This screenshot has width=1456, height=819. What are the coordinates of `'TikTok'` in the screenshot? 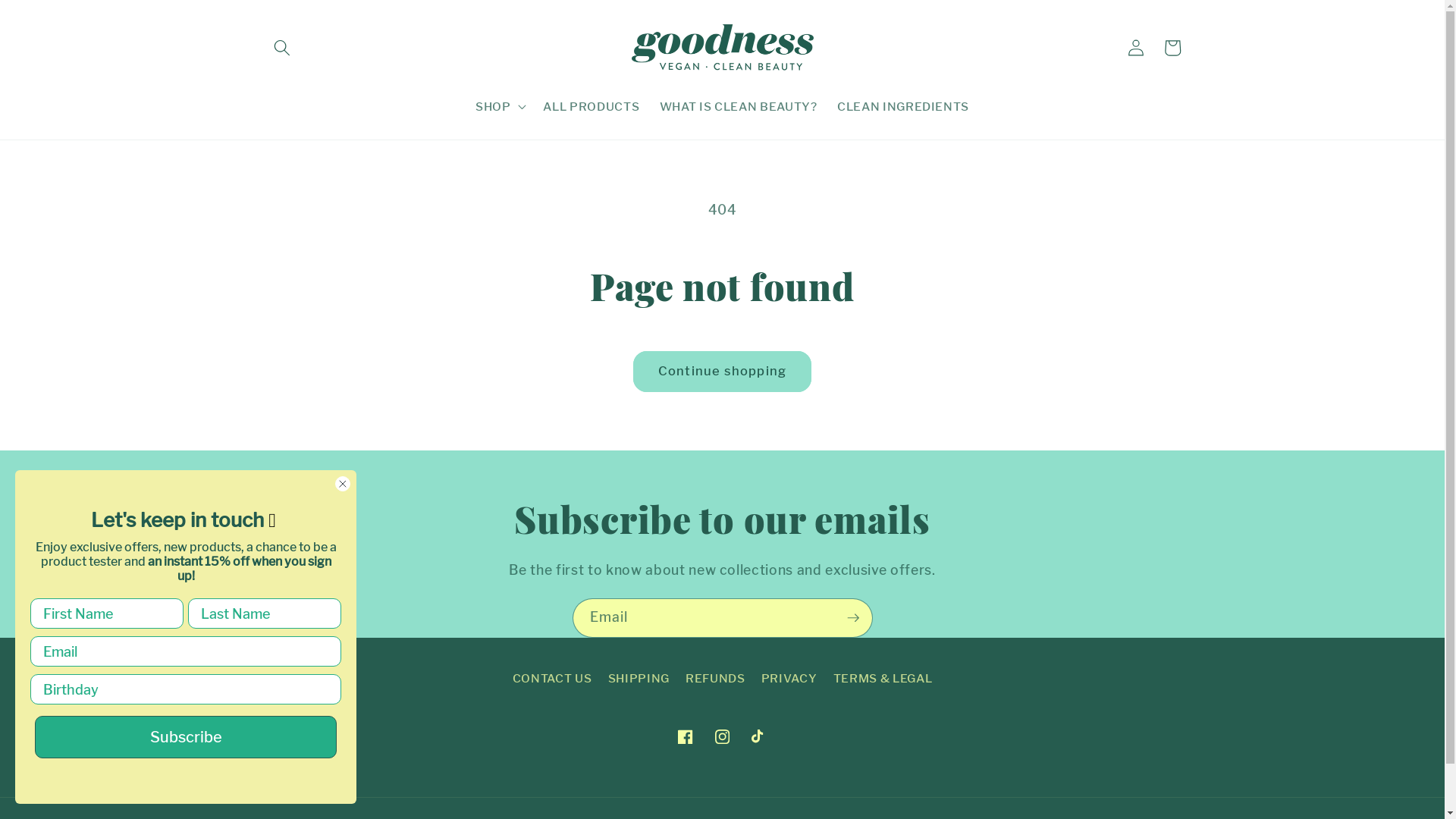 It's located at (759, 736).